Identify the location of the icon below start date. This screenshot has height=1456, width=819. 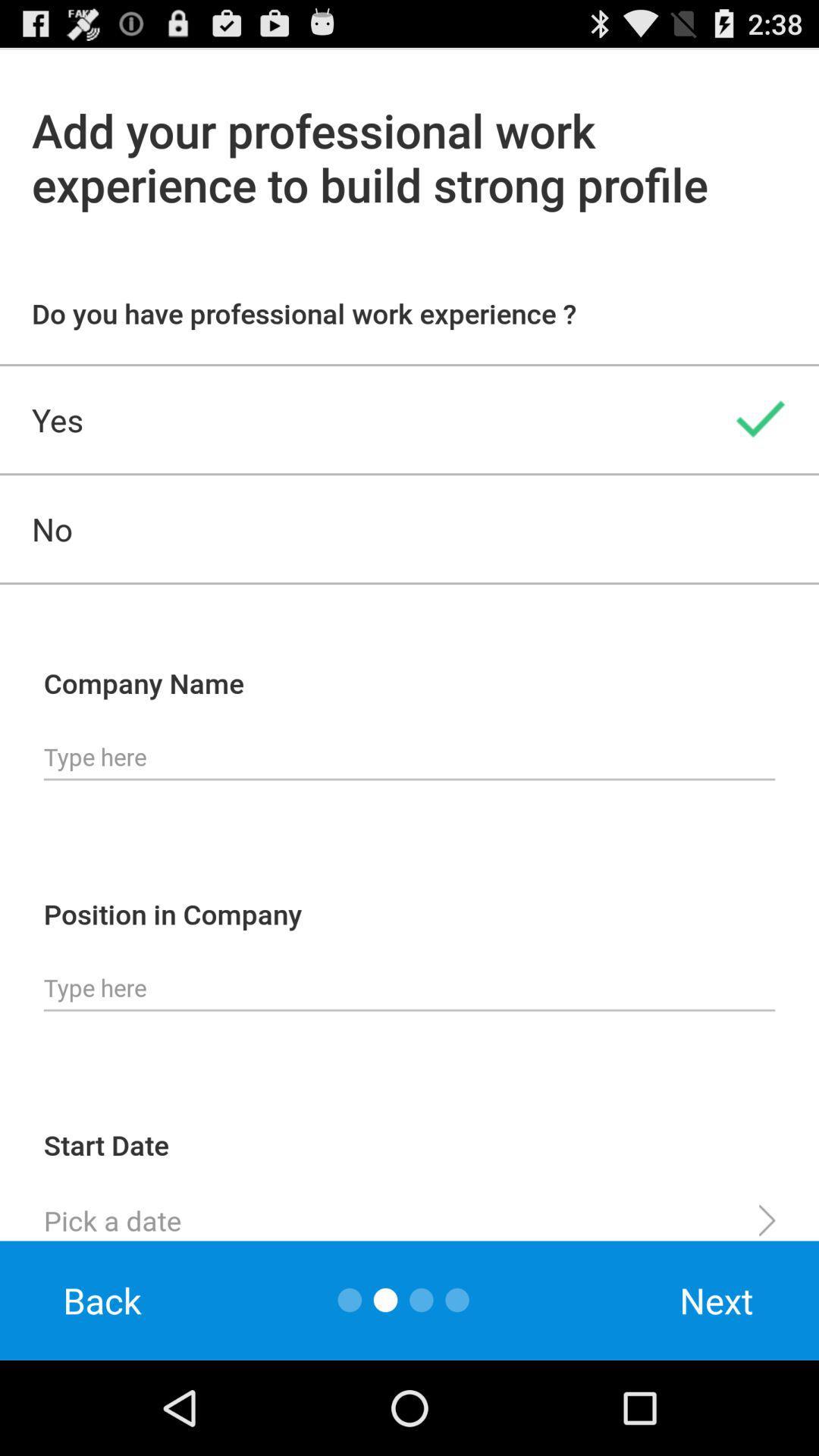
(409, 1214).